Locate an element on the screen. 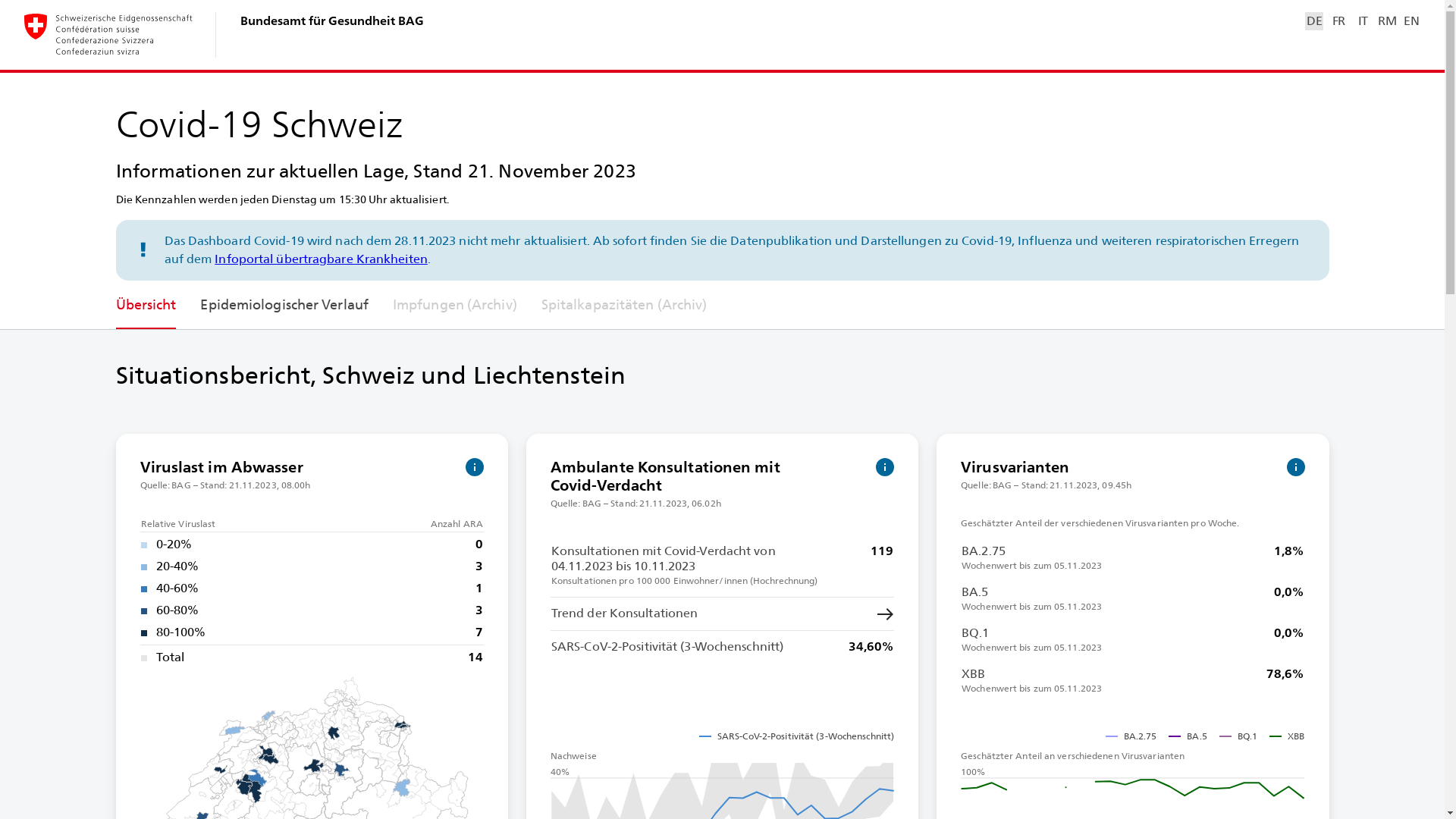 The height and width of the screenshot is (819, 1456). 'Beschreibungen einblenden' is located at coordinates (473, 466).